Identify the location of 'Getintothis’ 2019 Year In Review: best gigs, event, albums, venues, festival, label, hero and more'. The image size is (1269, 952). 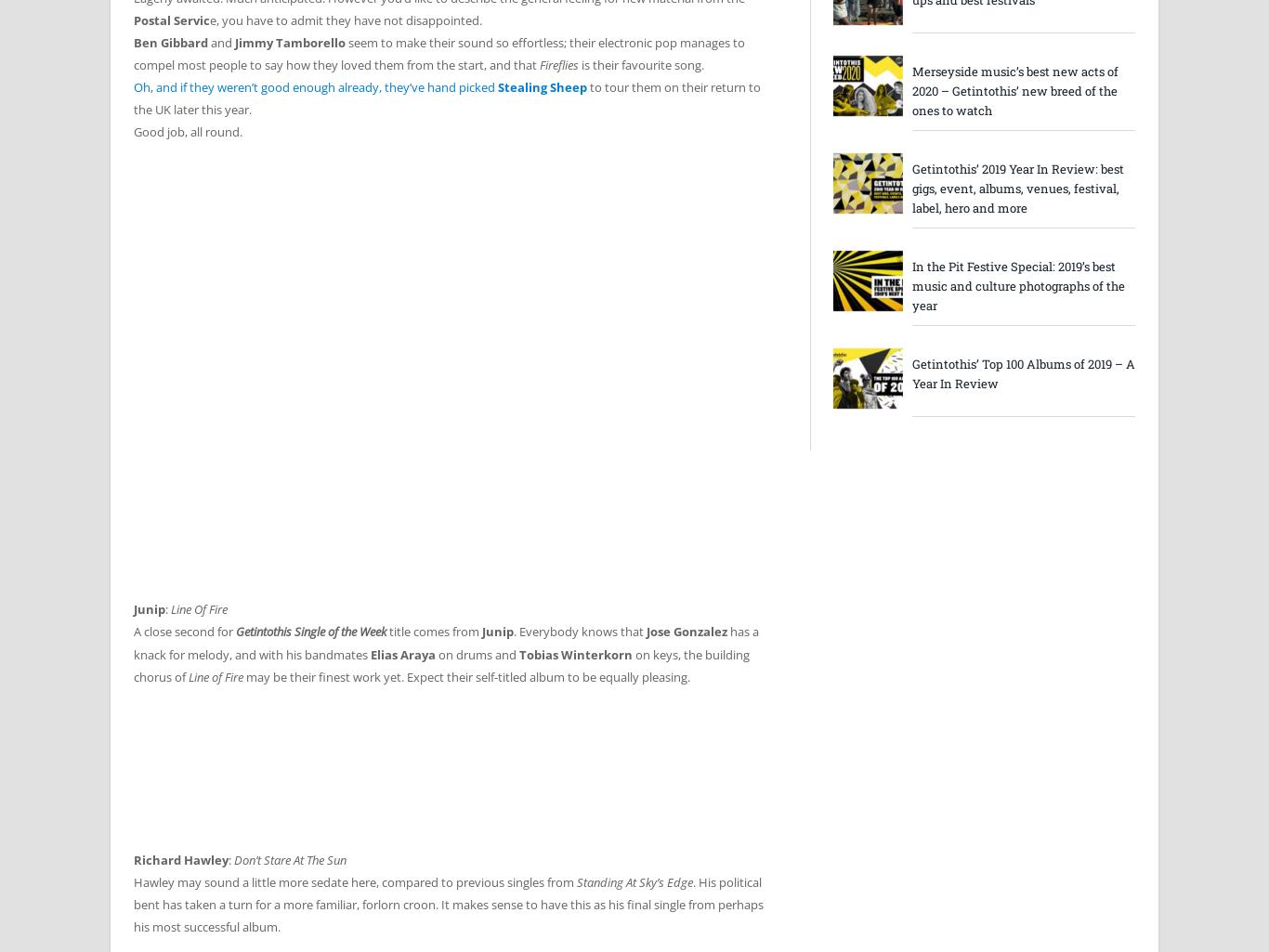
(1016, 188).